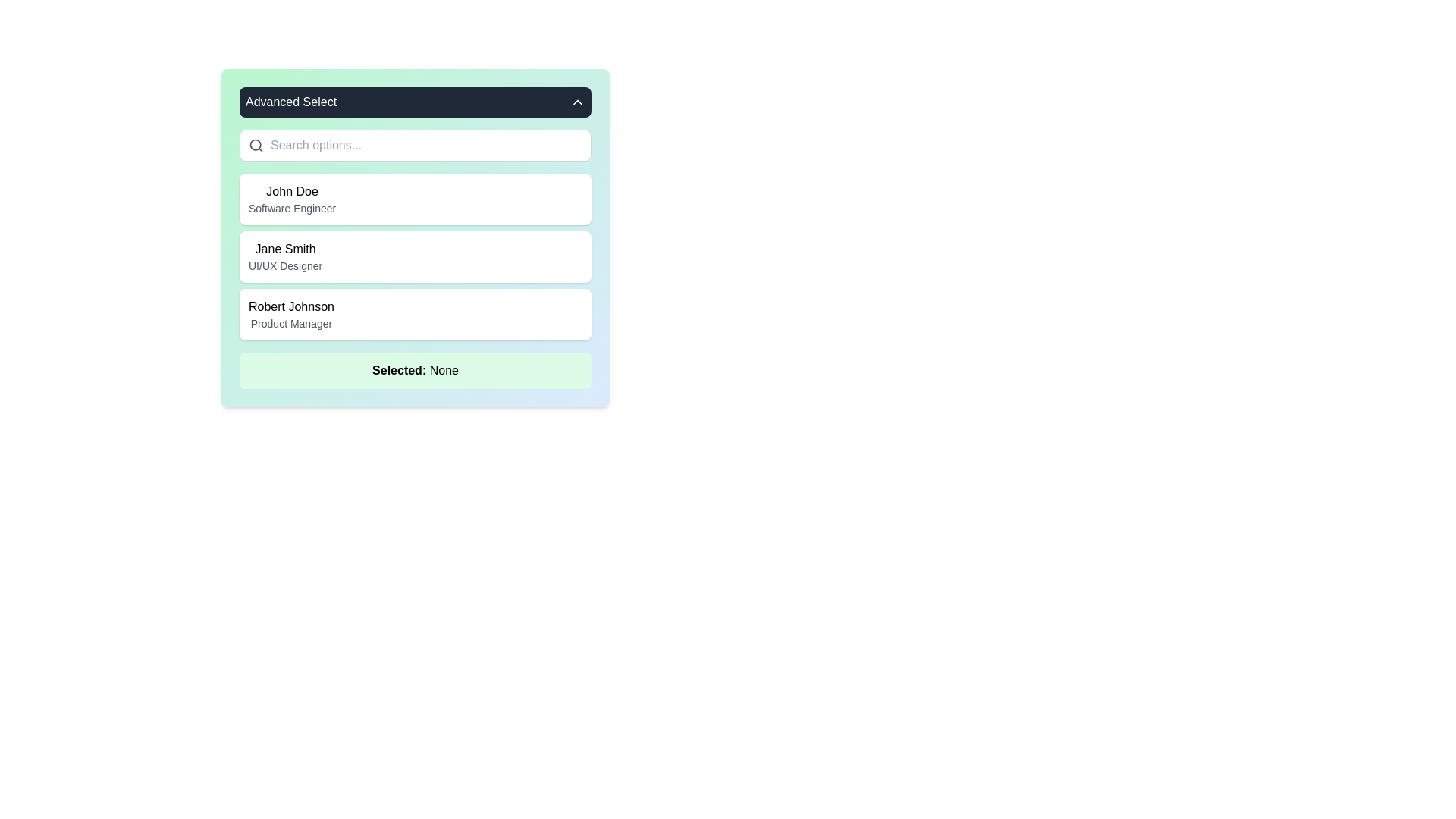  What do you see at coordinates (291, 307) in the screenshot?
I see `the text label displaying the name of the third entry in the dropdown list, which follows 'John Doe' and 'Jane Smith'` at bounding box center [291, 307].